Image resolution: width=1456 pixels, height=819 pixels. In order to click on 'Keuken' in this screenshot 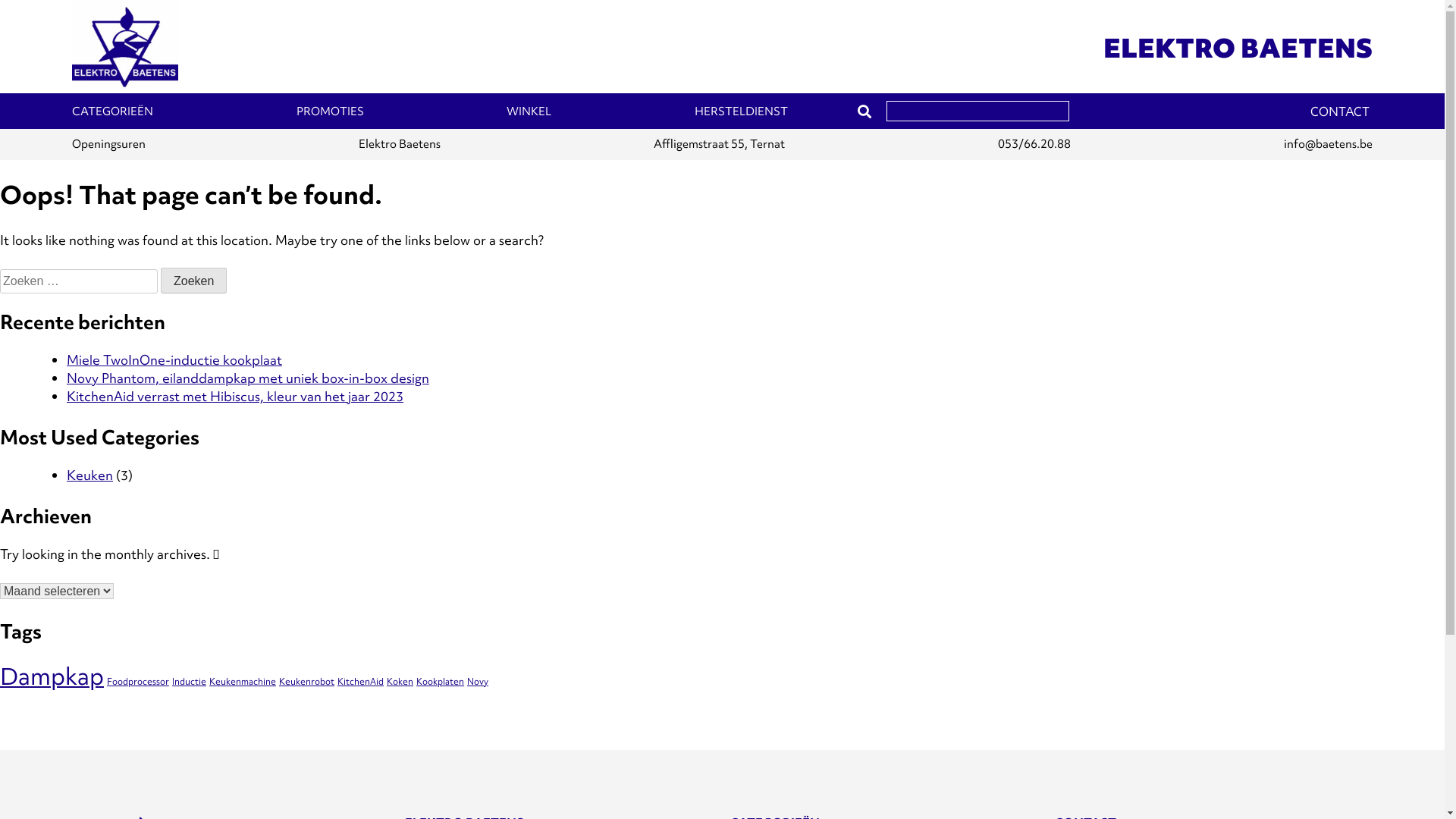, I will do `click(89, 474)`.